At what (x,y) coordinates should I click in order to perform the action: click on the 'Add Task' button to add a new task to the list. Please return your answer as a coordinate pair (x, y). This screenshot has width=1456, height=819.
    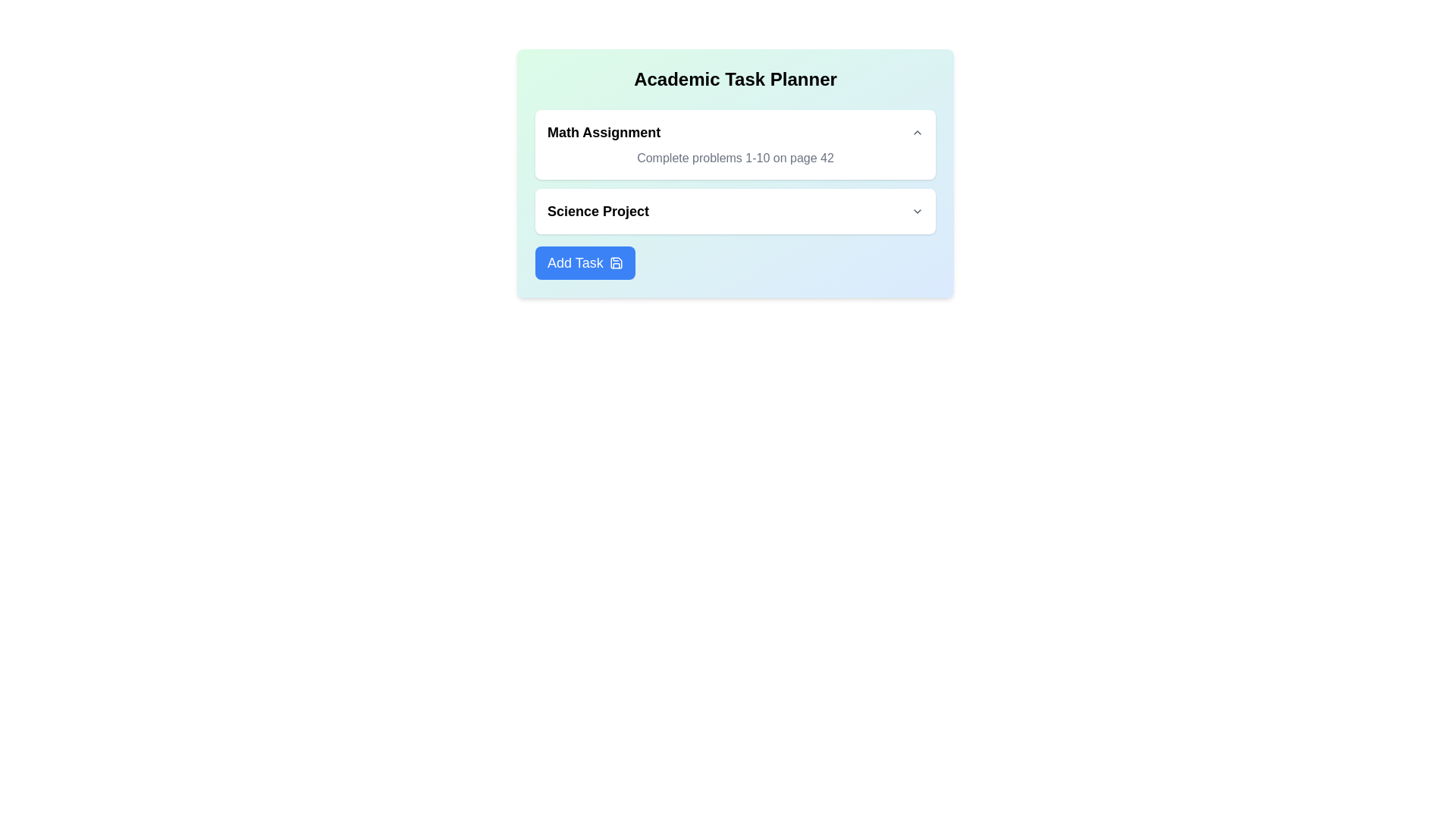
    Looking at the image, I should click on (584, 262).